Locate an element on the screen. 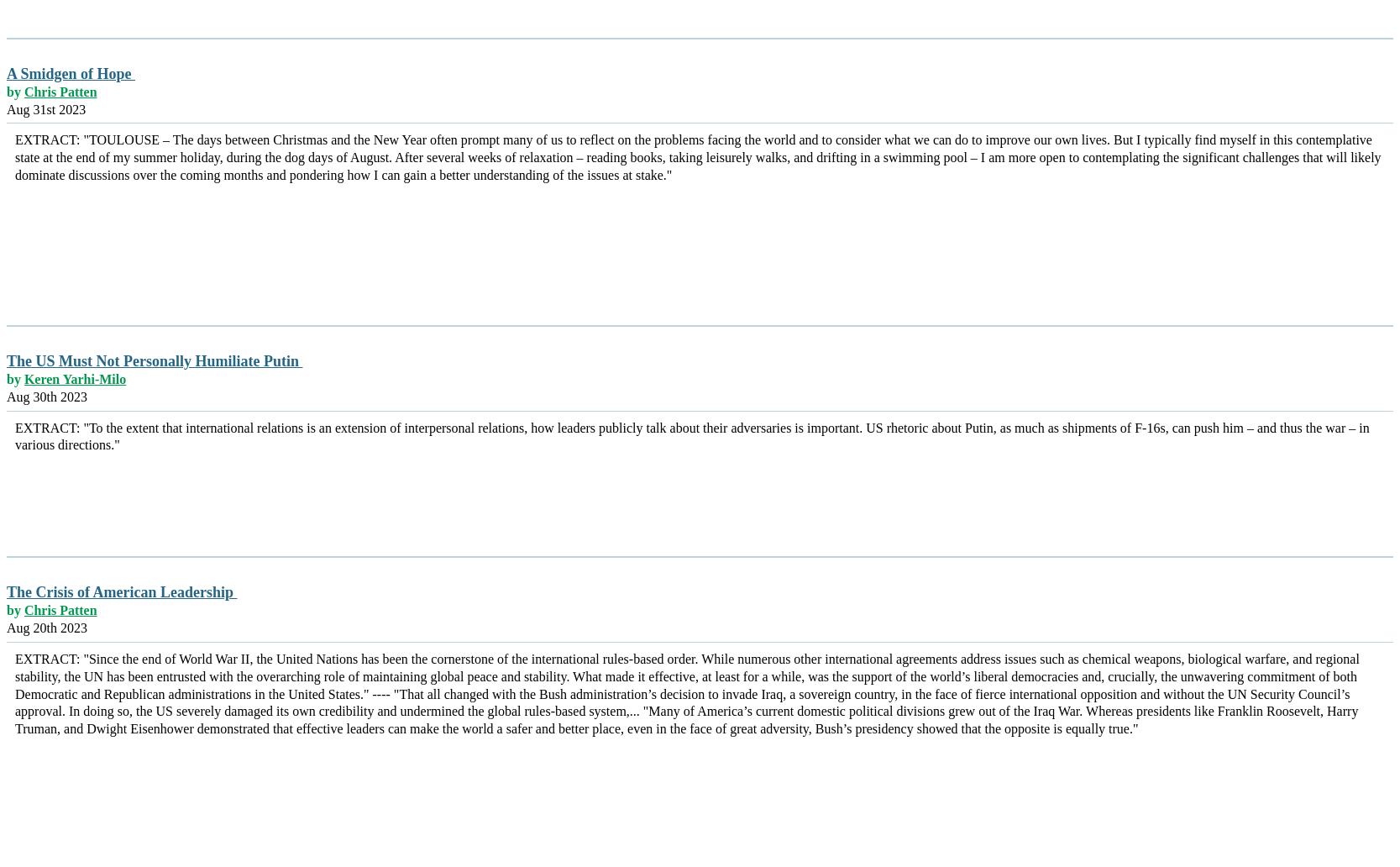  'Keren Yarhi-Milo' is located at coordinates (74, 378).